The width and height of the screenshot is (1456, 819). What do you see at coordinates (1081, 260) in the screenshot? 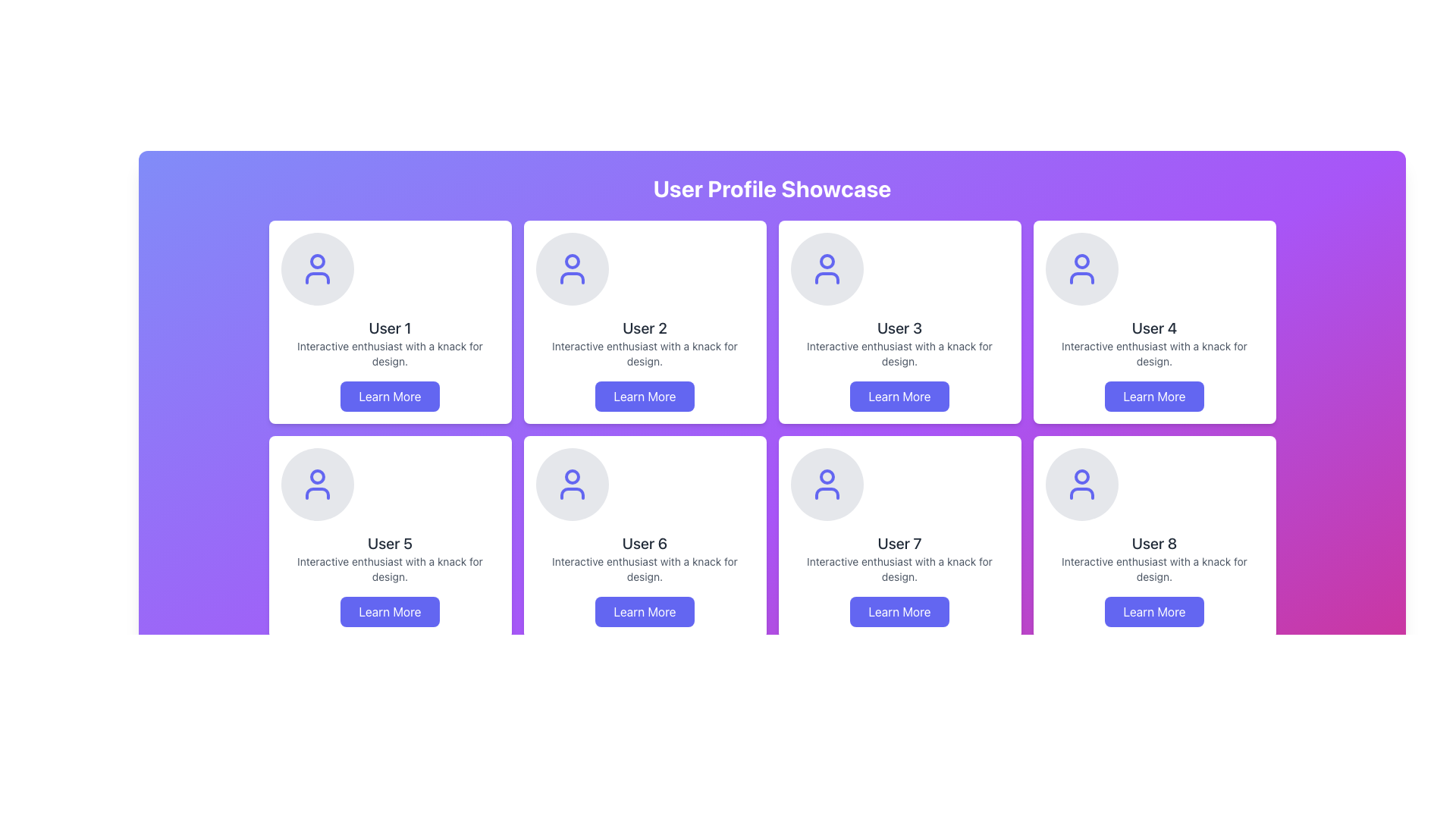
I see `the SVG circle that is part of the user profile icon located at the top-center of the 'User 4' card in the grid layout` at bounding box center [1081, 260].